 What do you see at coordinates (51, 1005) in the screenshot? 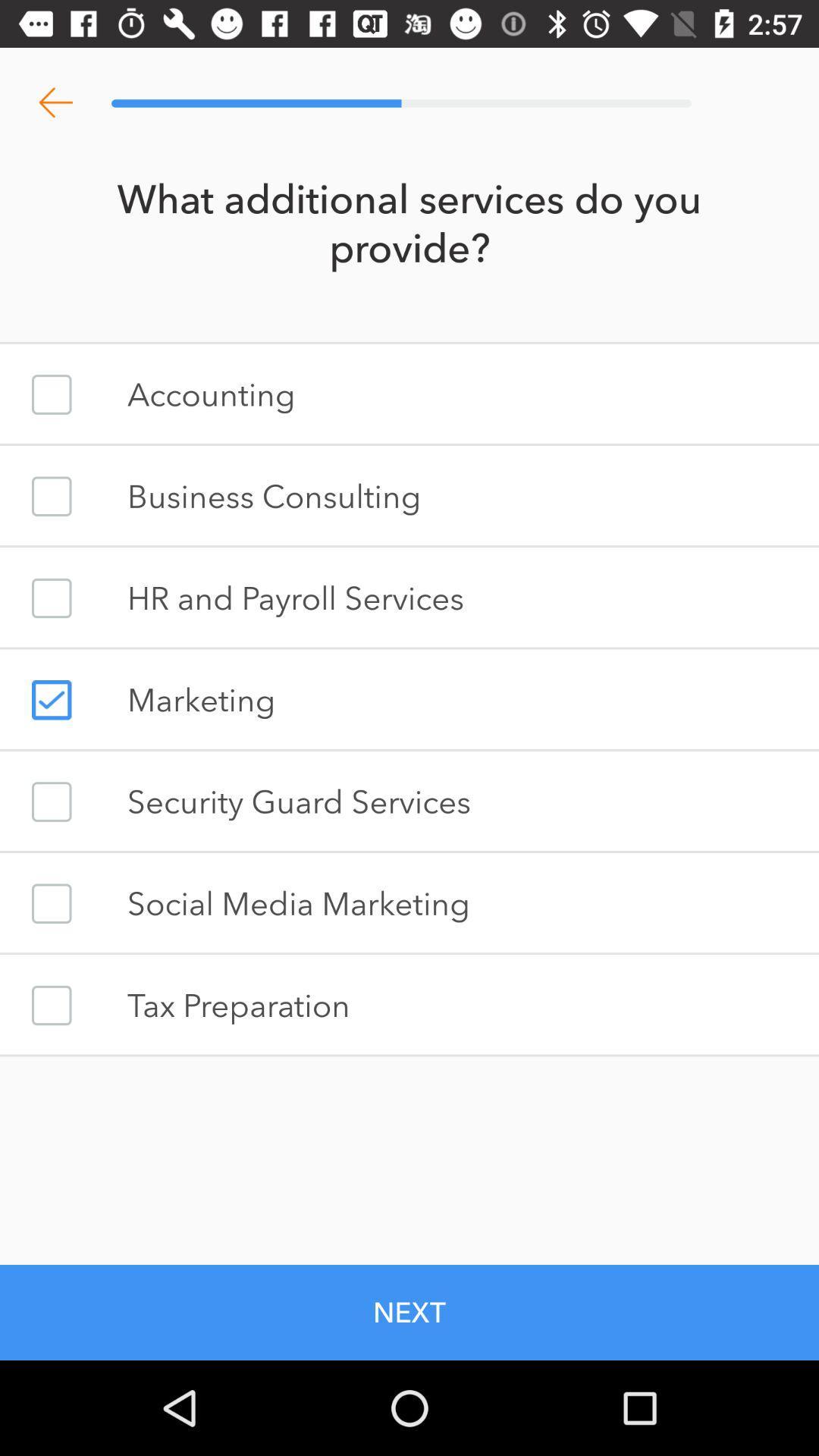
I see `switch to select` at bounding box center [51, 1005].